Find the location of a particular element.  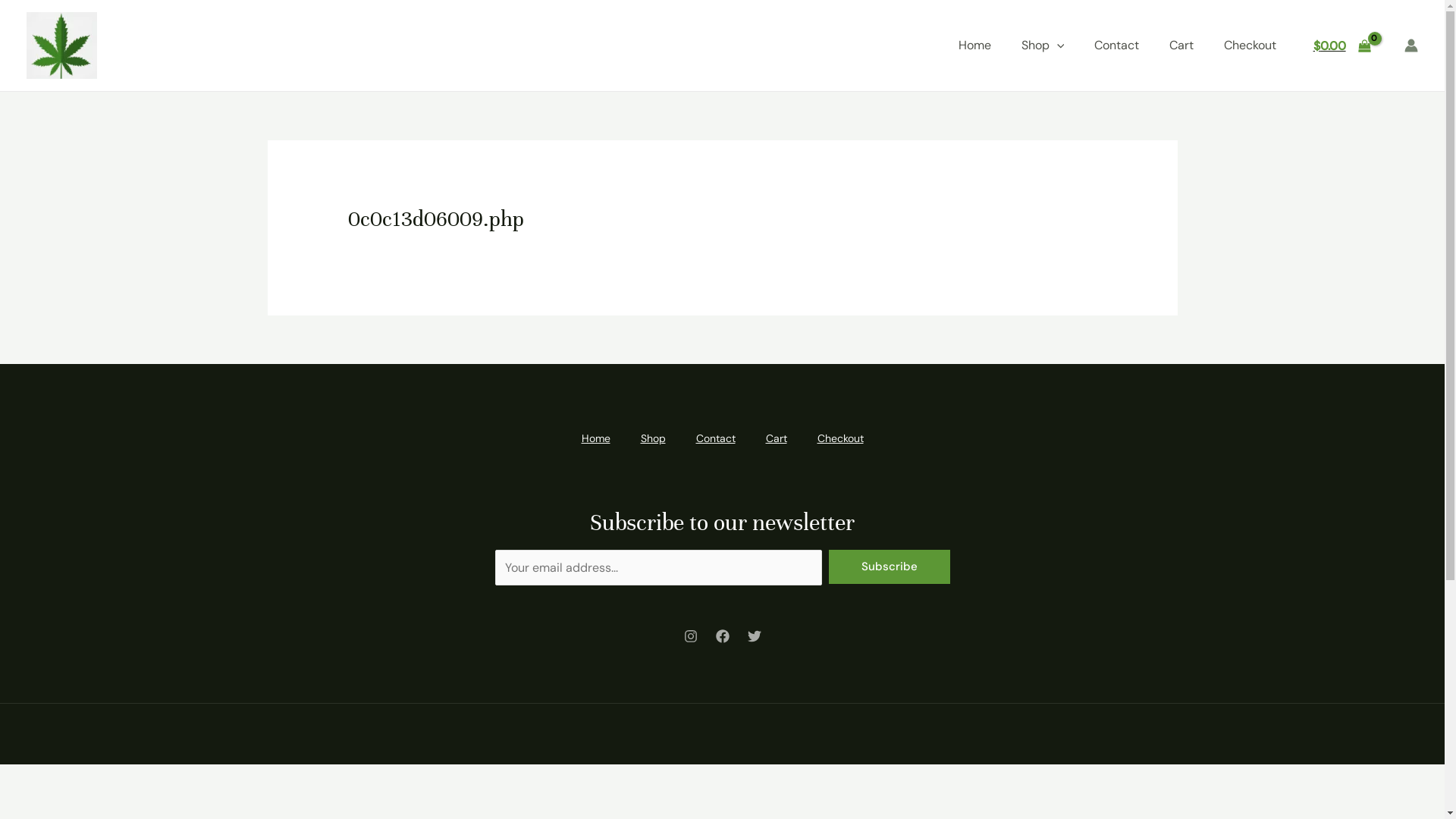

'Home' is located at coordinates (974, 45).